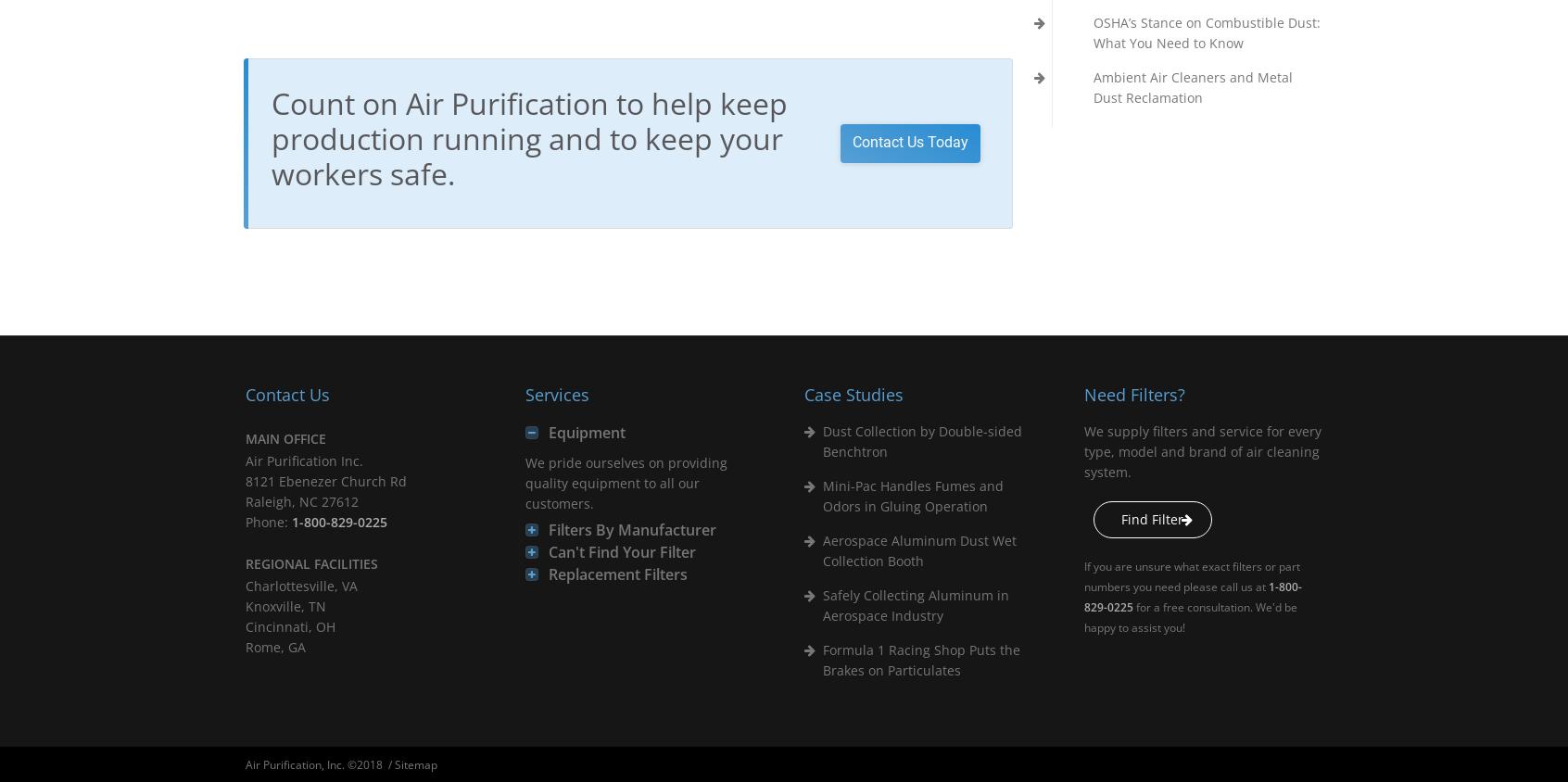  What do you see at coordinates (821, 659) in the screenshot?
I see `'Formula 1 Racing Shop Puts the Brakes on Particulates'` at bounding box center [821, 659].